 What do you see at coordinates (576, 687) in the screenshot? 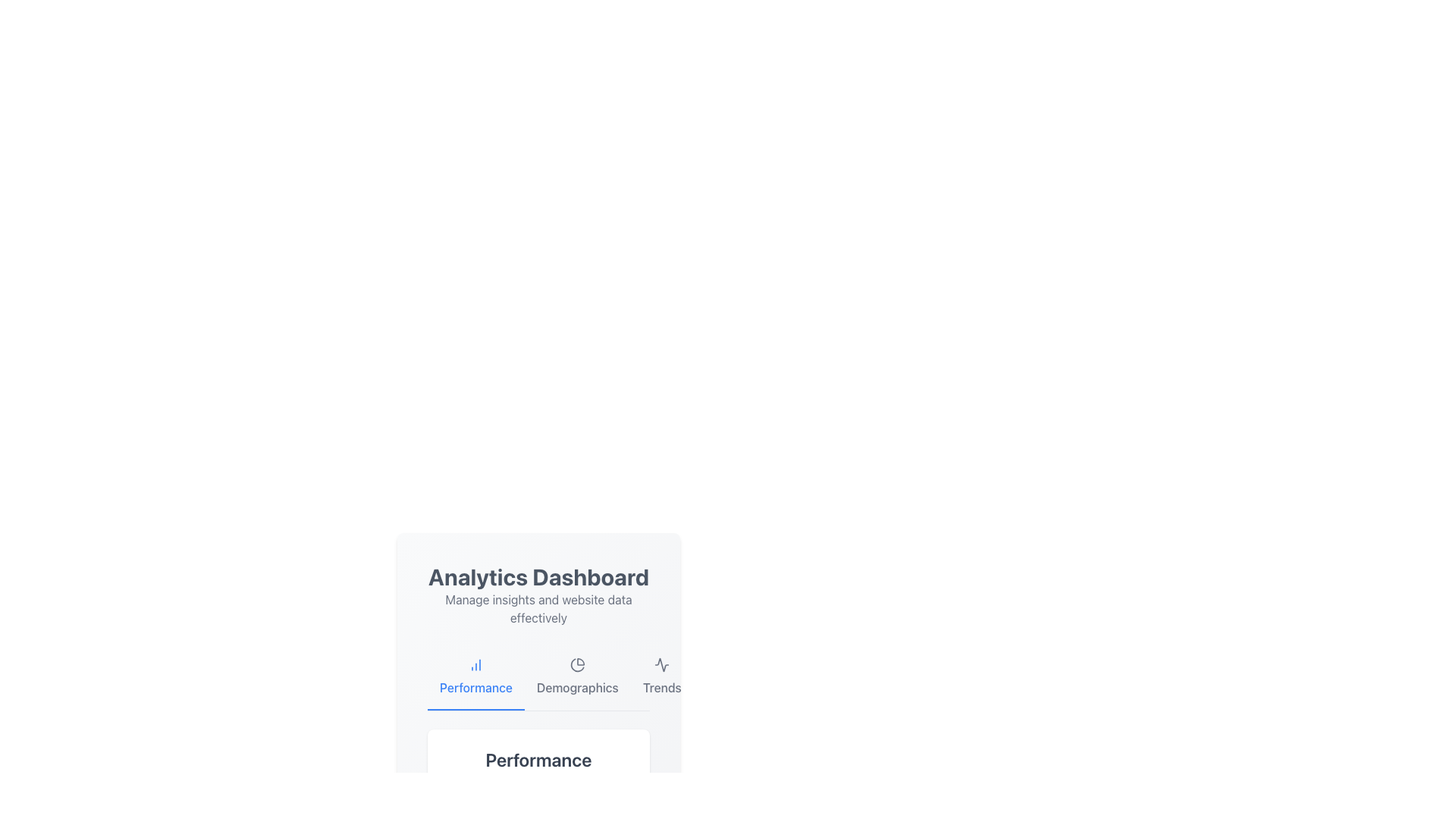
I see `the text label that reads 'Demographics'` at bounding box center [576, 687].